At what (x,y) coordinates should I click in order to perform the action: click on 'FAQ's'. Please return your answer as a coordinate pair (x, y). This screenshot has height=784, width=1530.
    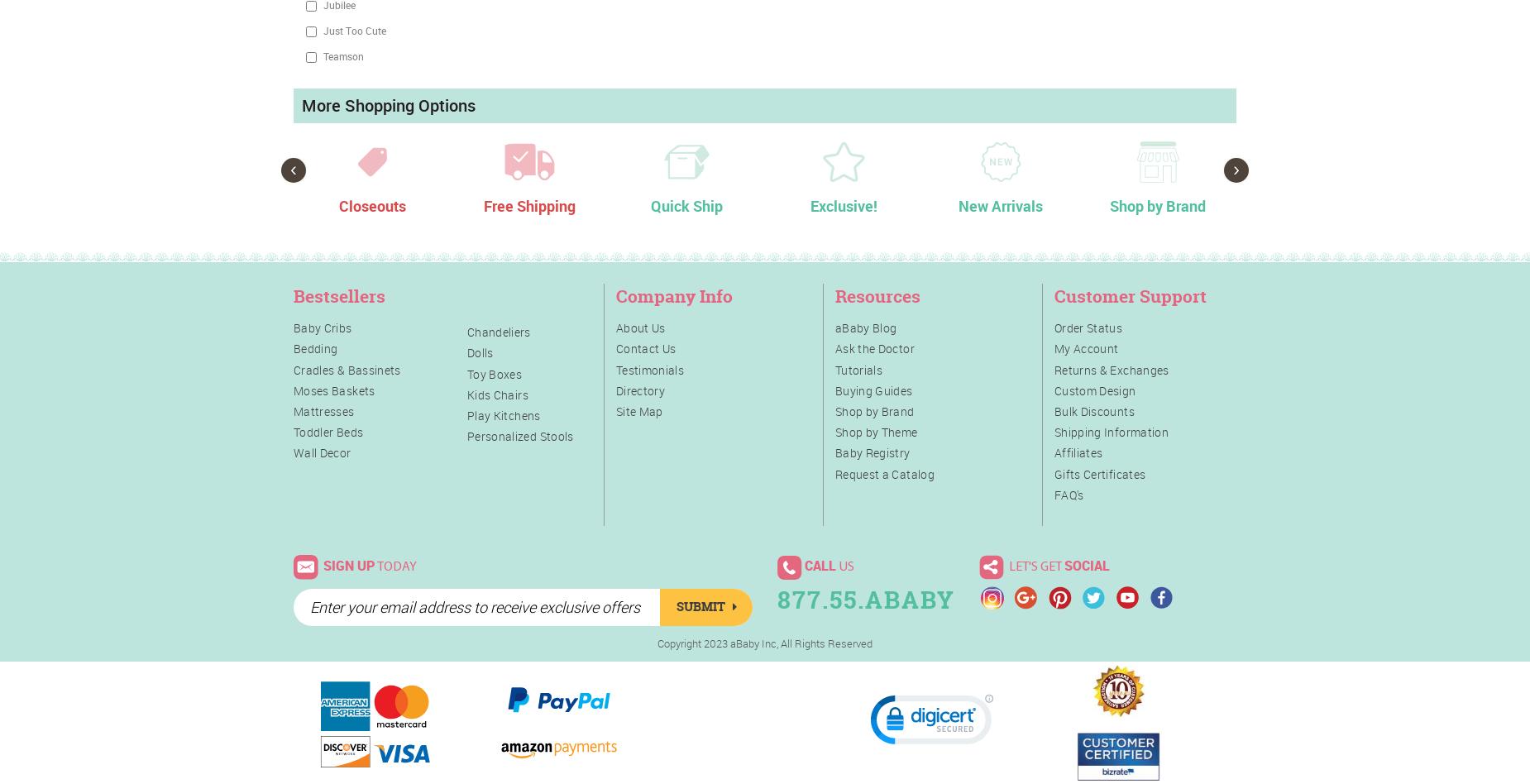
    Looking at the image, I should click on (1068, 493).